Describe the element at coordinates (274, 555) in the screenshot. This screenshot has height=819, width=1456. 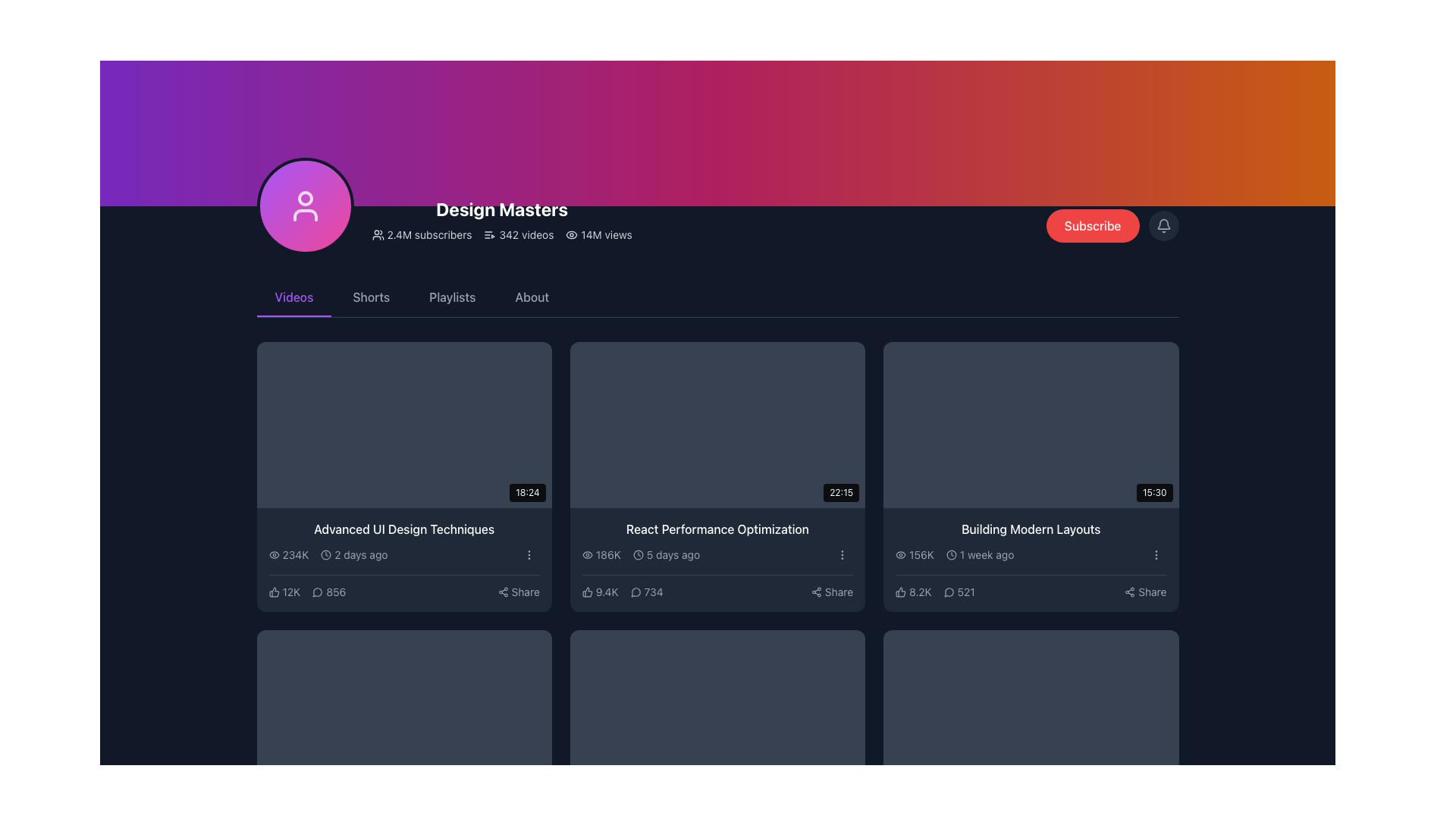
I see `the eye icon indicating views for the 'Advanced UI Design Techniques' video, located beside the '234K' text` at that location.